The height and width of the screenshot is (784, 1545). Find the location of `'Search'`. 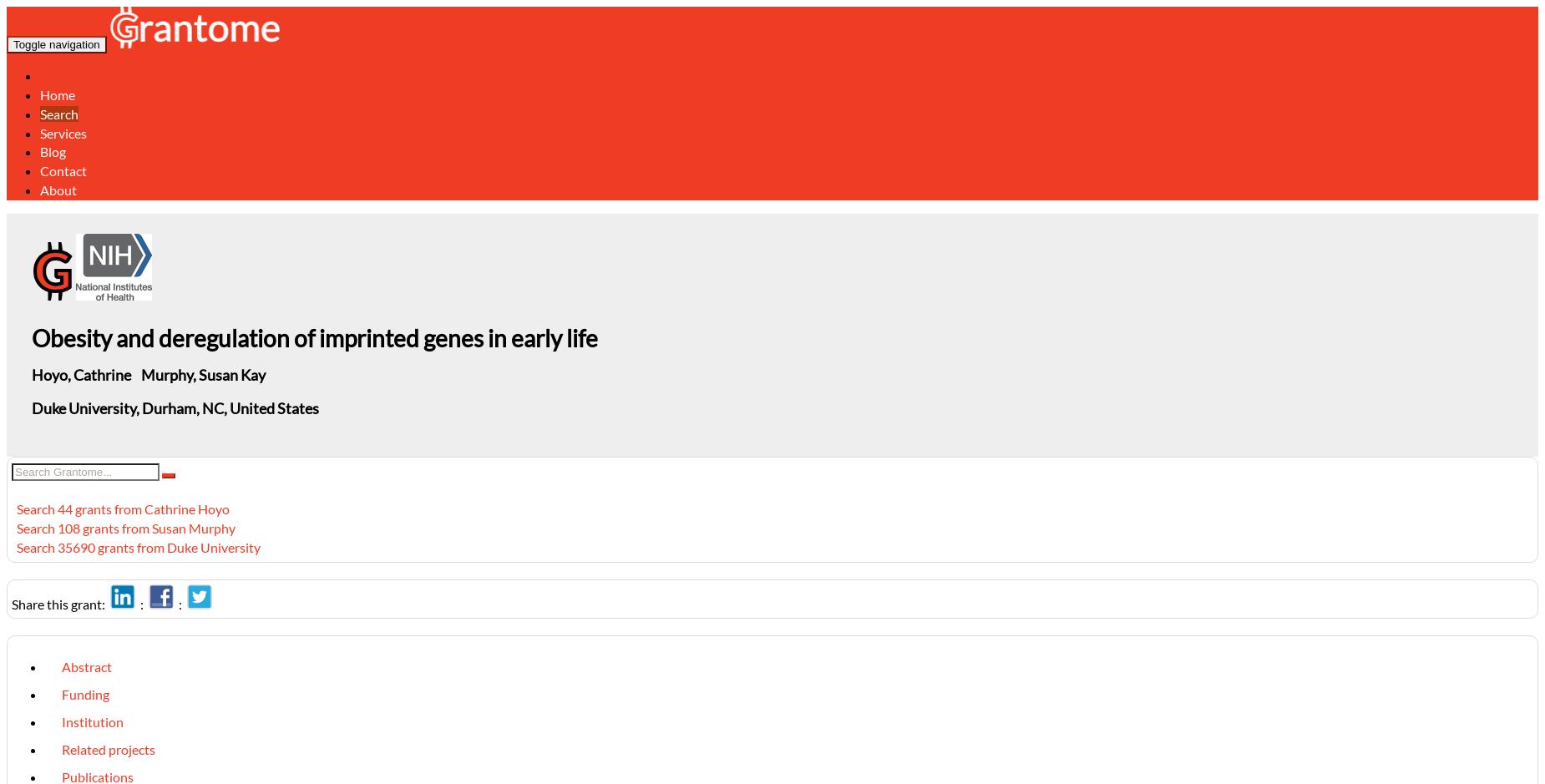

'Search' is located at coordinates (58, 112).